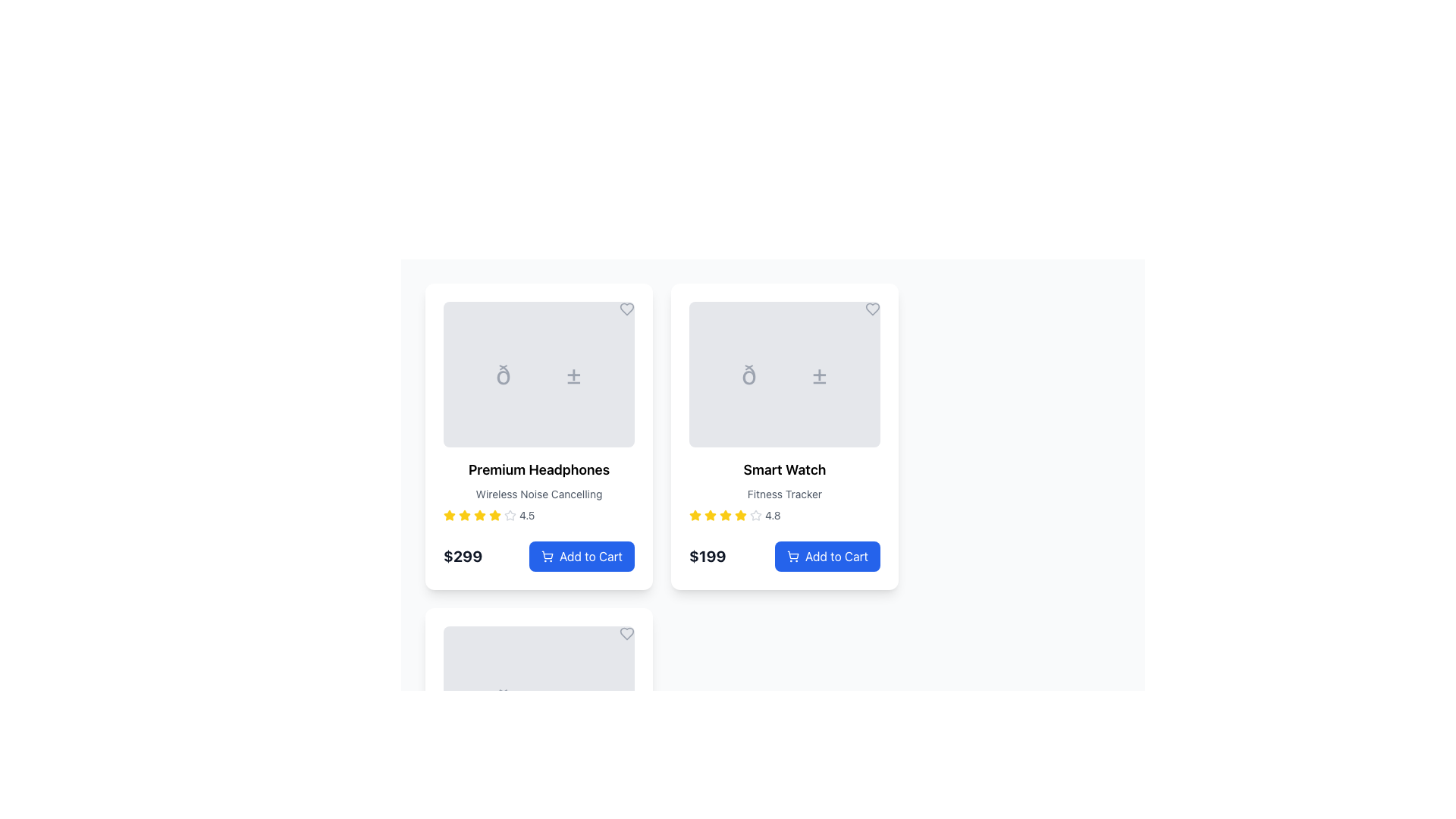 The image size is (1456, 819). I want to click on the third star icon in the row of five stars under the product description to interact with the rating system, so click(494, 514).